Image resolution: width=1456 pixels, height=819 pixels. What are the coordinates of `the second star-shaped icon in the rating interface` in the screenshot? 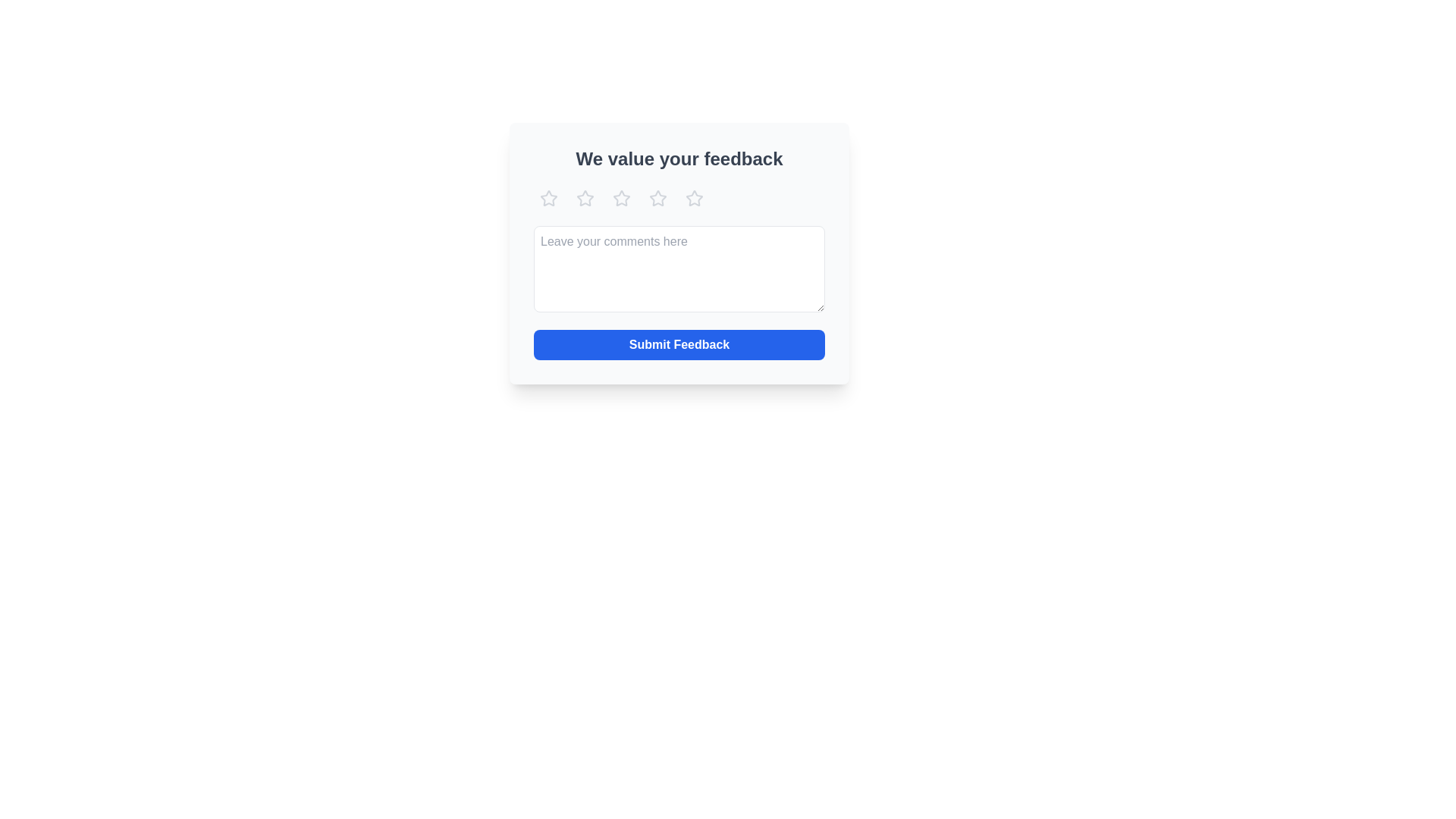 It's located at (658, 197).